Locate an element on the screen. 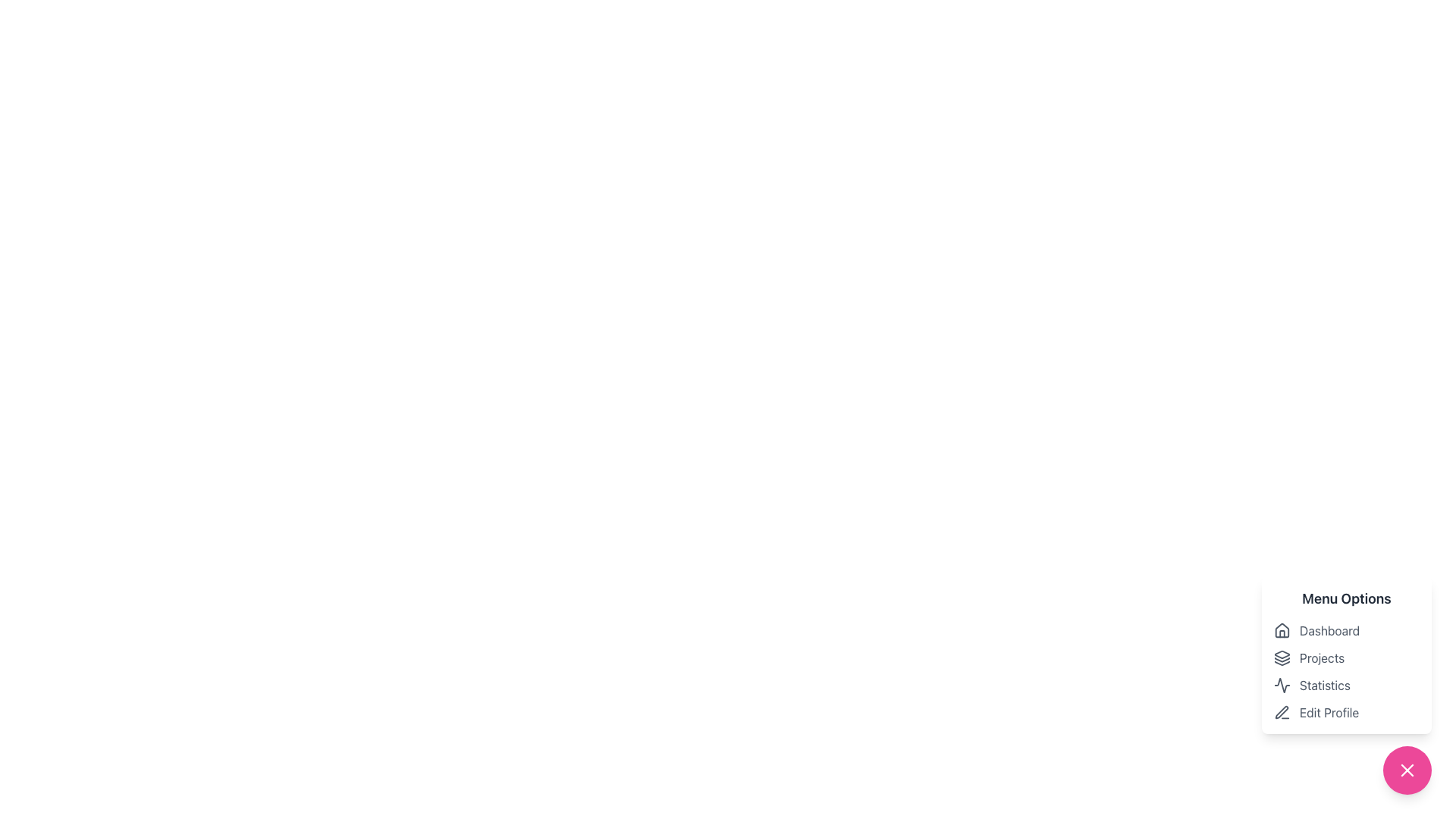 This screenshot has width=1456, height=819. the 'Dashboard' navigation link, which is represented by a house-shaped icon followed by the text styled in gray that changes to pink on hover is located at coordinates (1347, 631).